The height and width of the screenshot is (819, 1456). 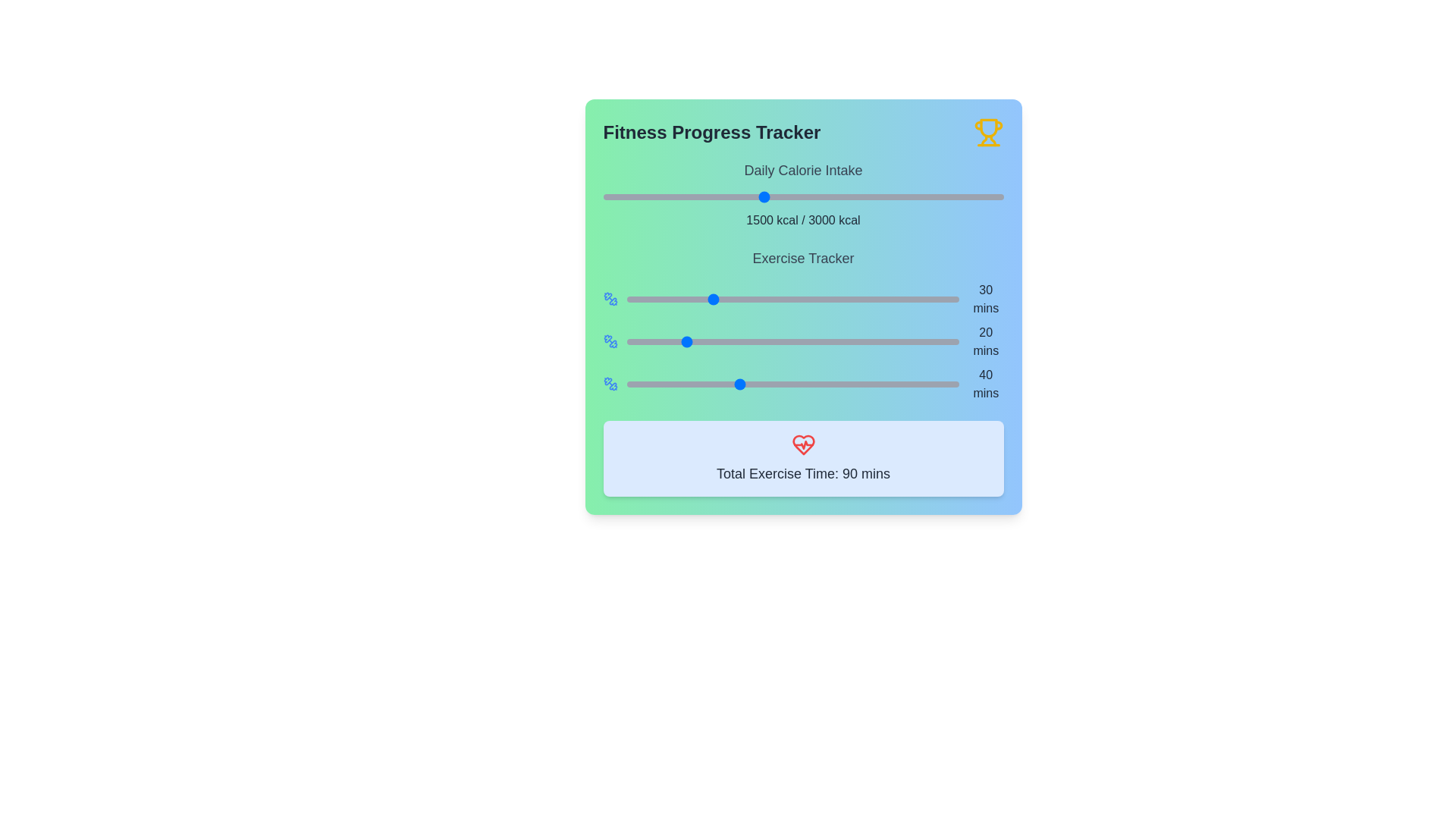 I want to click on the trophy SVG icon in the top-right corner of the card layout, which indicates accomplishments related to fitness tracking, so click(x=988, y=127).